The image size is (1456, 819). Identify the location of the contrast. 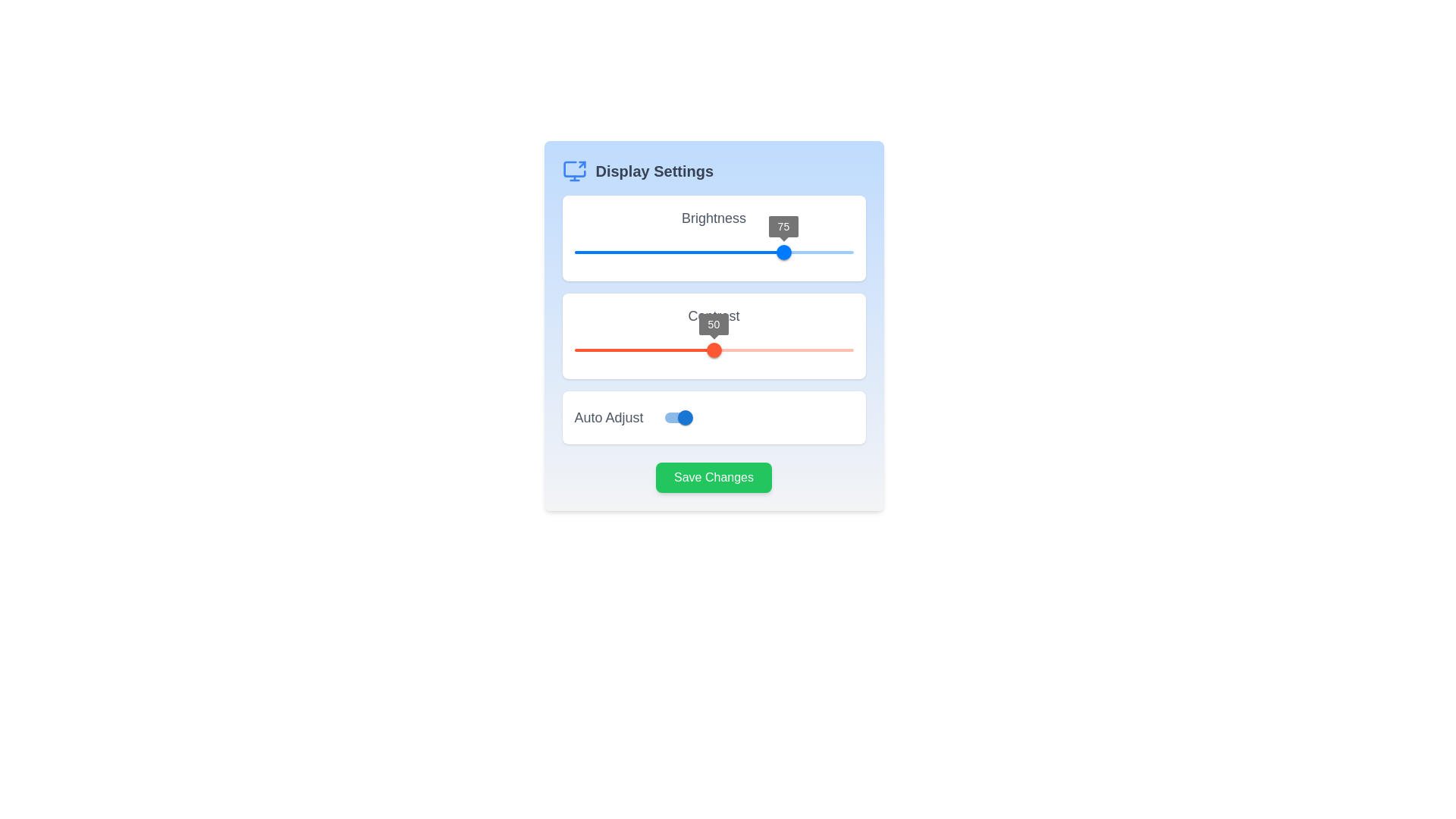
(655, 350).